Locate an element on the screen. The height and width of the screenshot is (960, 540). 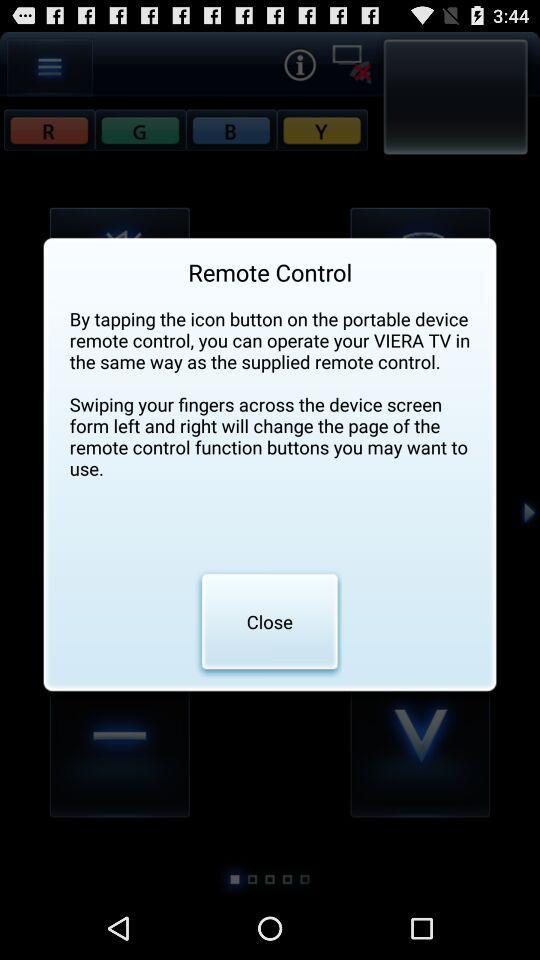
the info icon is located at coordinates (298, 68).